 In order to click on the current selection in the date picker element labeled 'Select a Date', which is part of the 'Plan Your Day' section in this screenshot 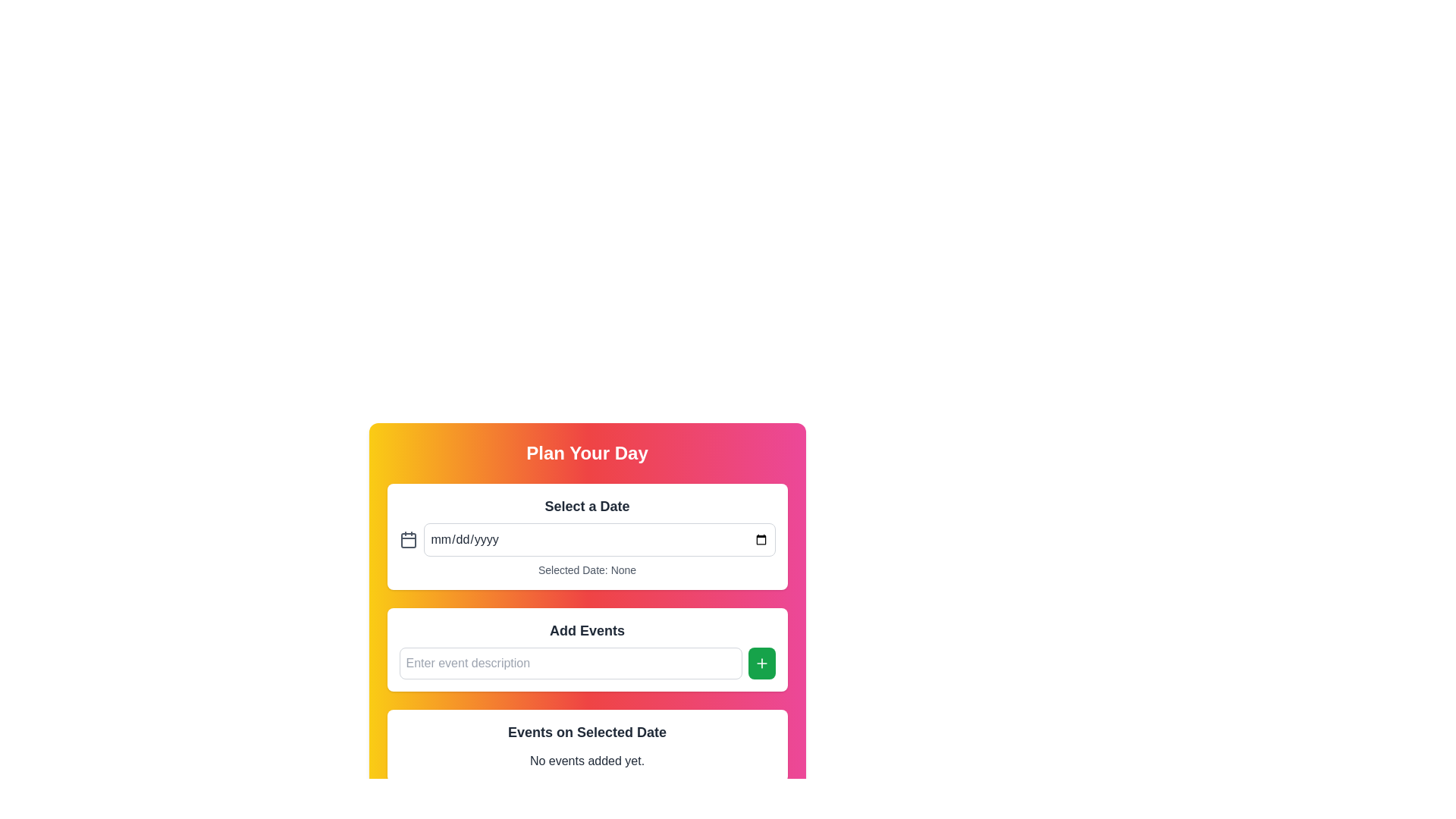, I will do `click(586, 536)`.